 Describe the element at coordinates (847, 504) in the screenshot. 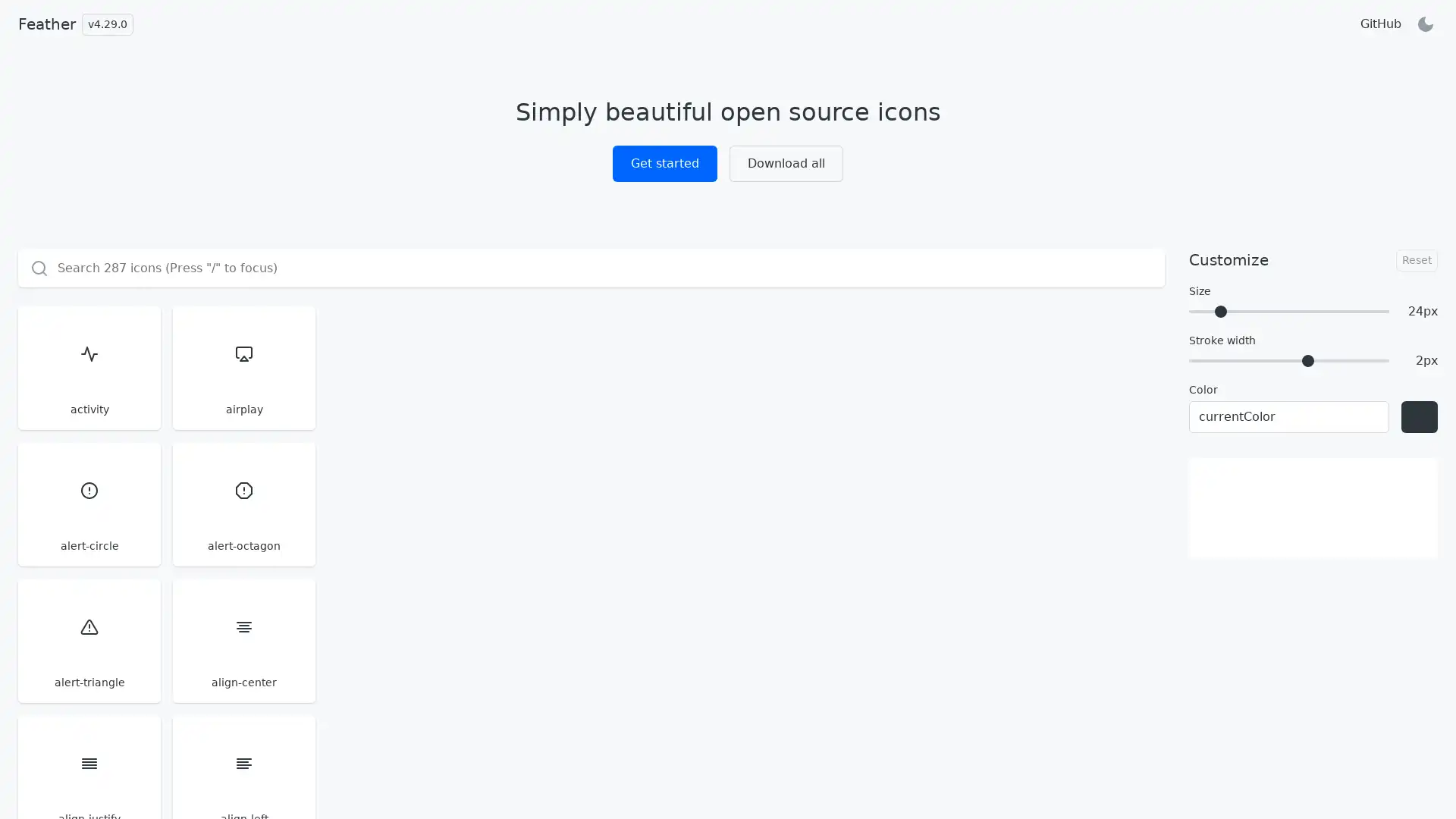

I see `arrow-down` at that location.